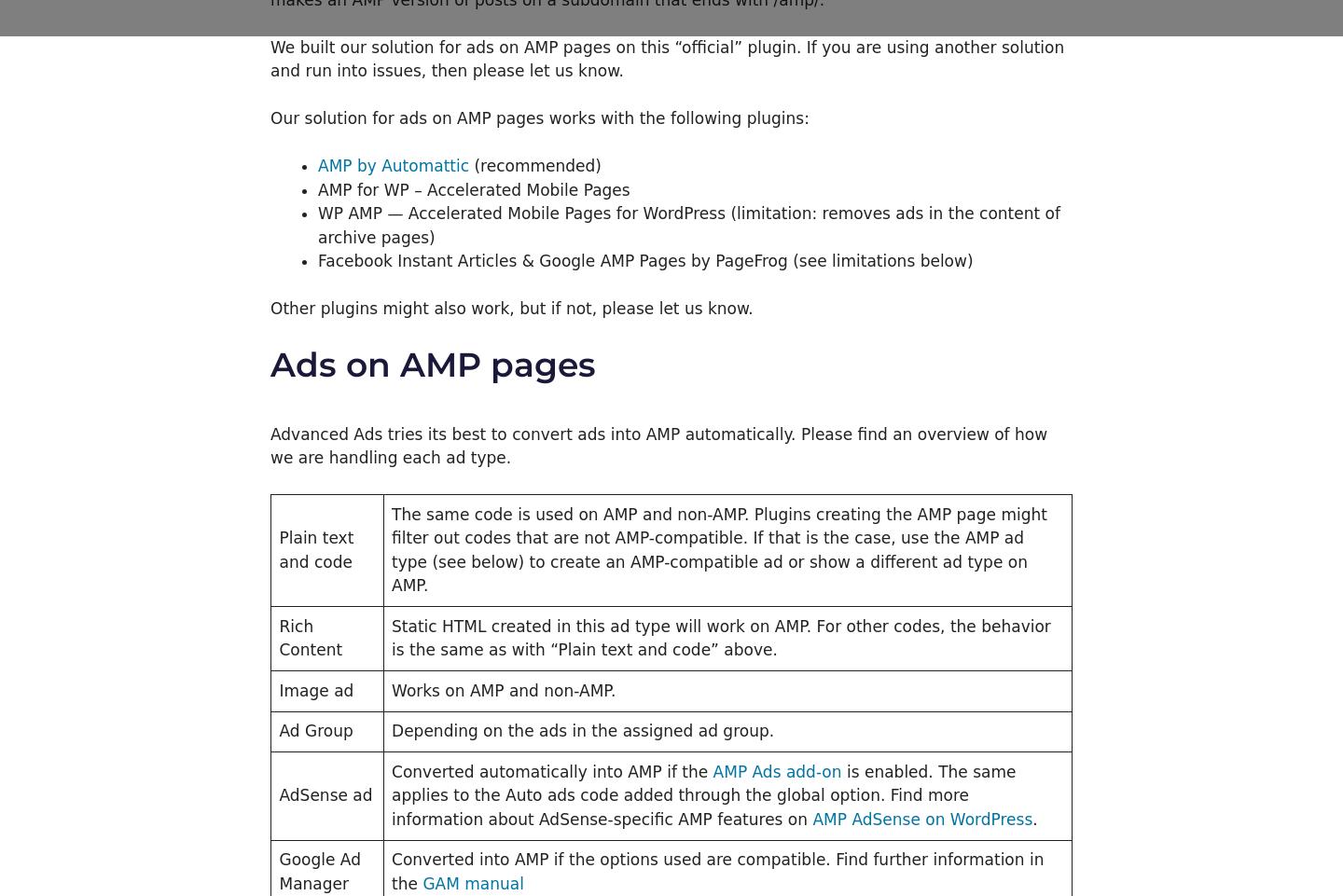  Describe the element at coordinates (551, 771) in the screenshot. I see `'Converted automatically into AMP if the'` at that location.